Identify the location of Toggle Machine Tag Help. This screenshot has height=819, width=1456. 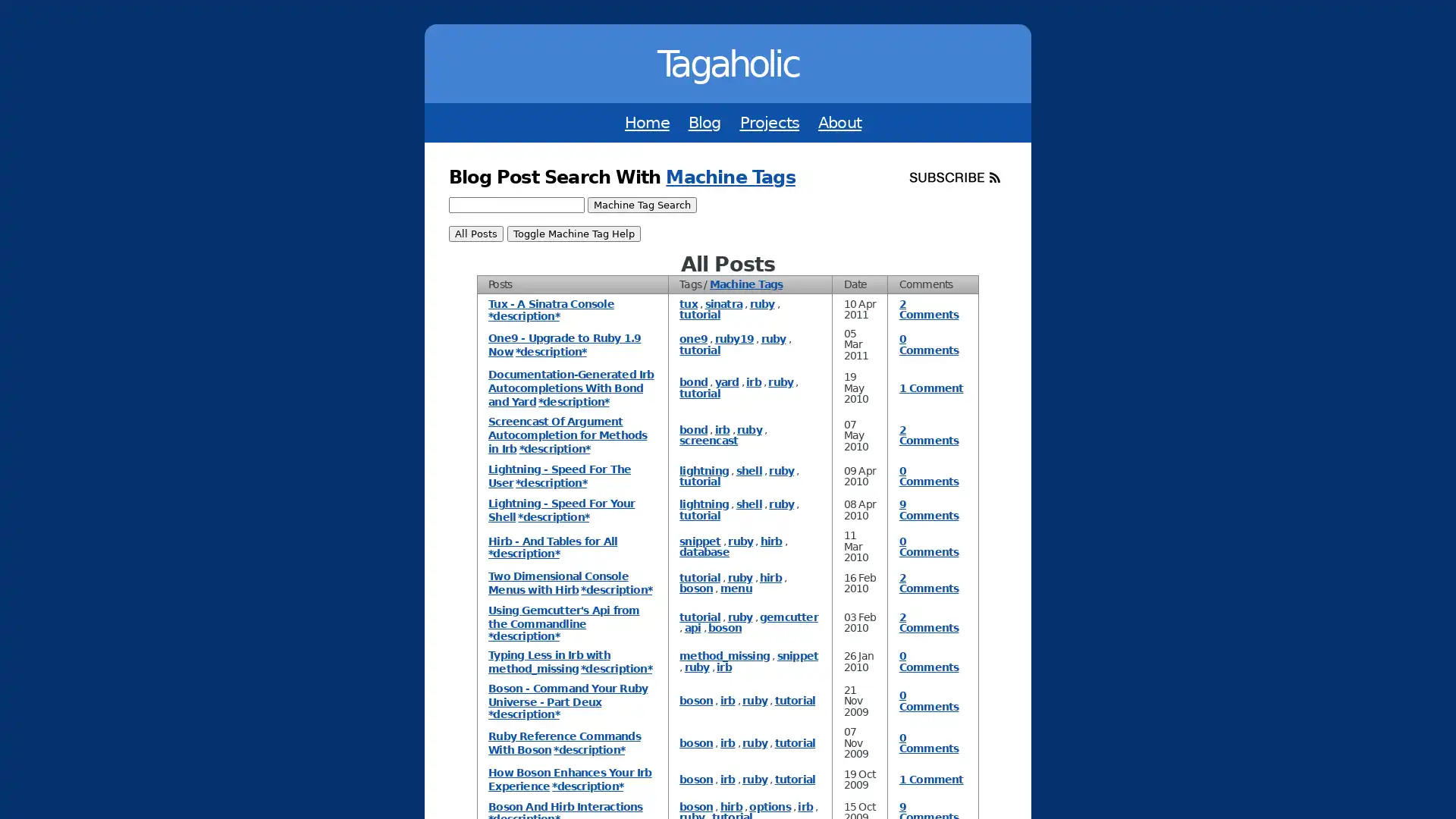
(572, 234).